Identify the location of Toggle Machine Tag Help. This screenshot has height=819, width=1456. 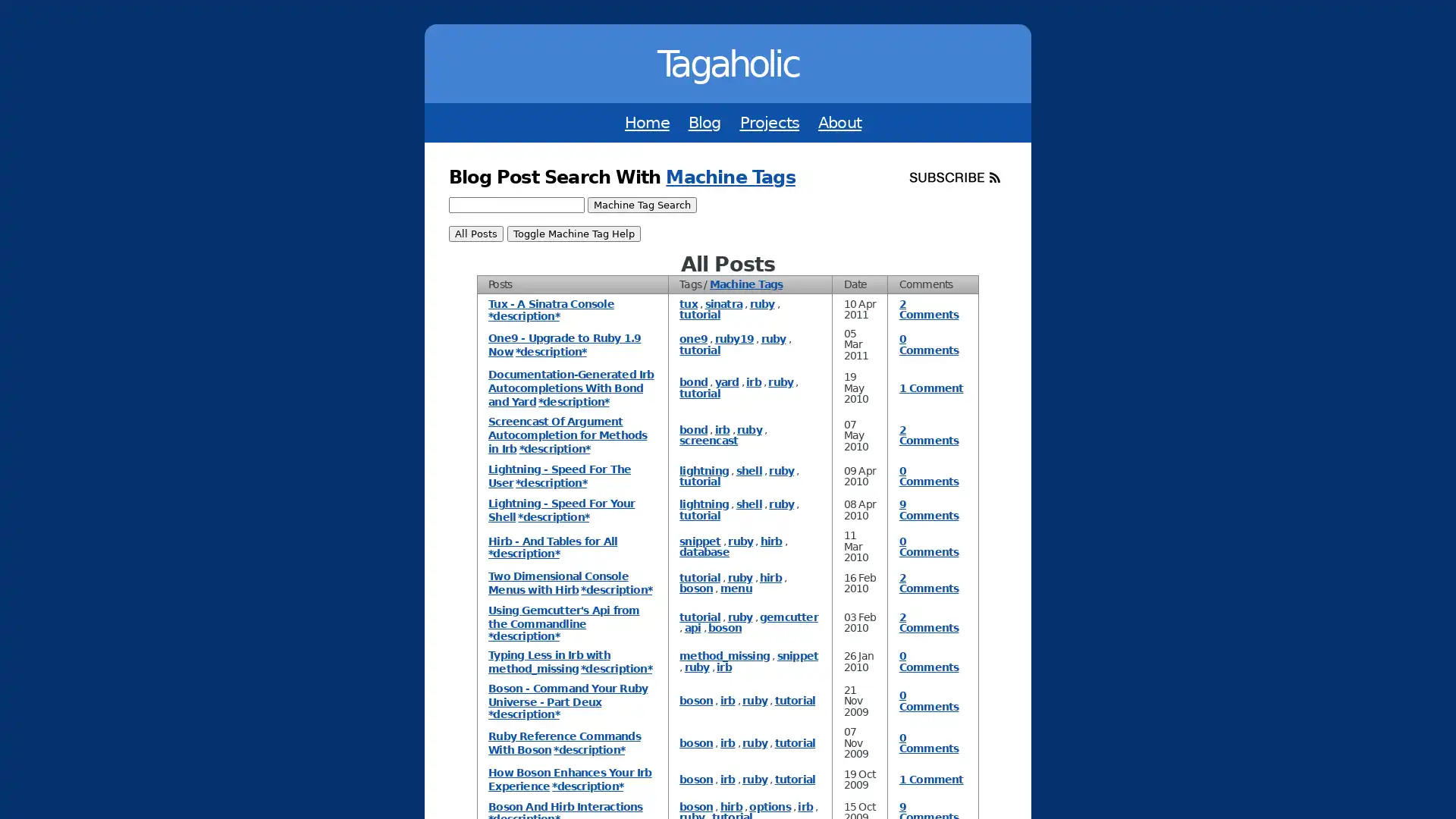
(572, 234).